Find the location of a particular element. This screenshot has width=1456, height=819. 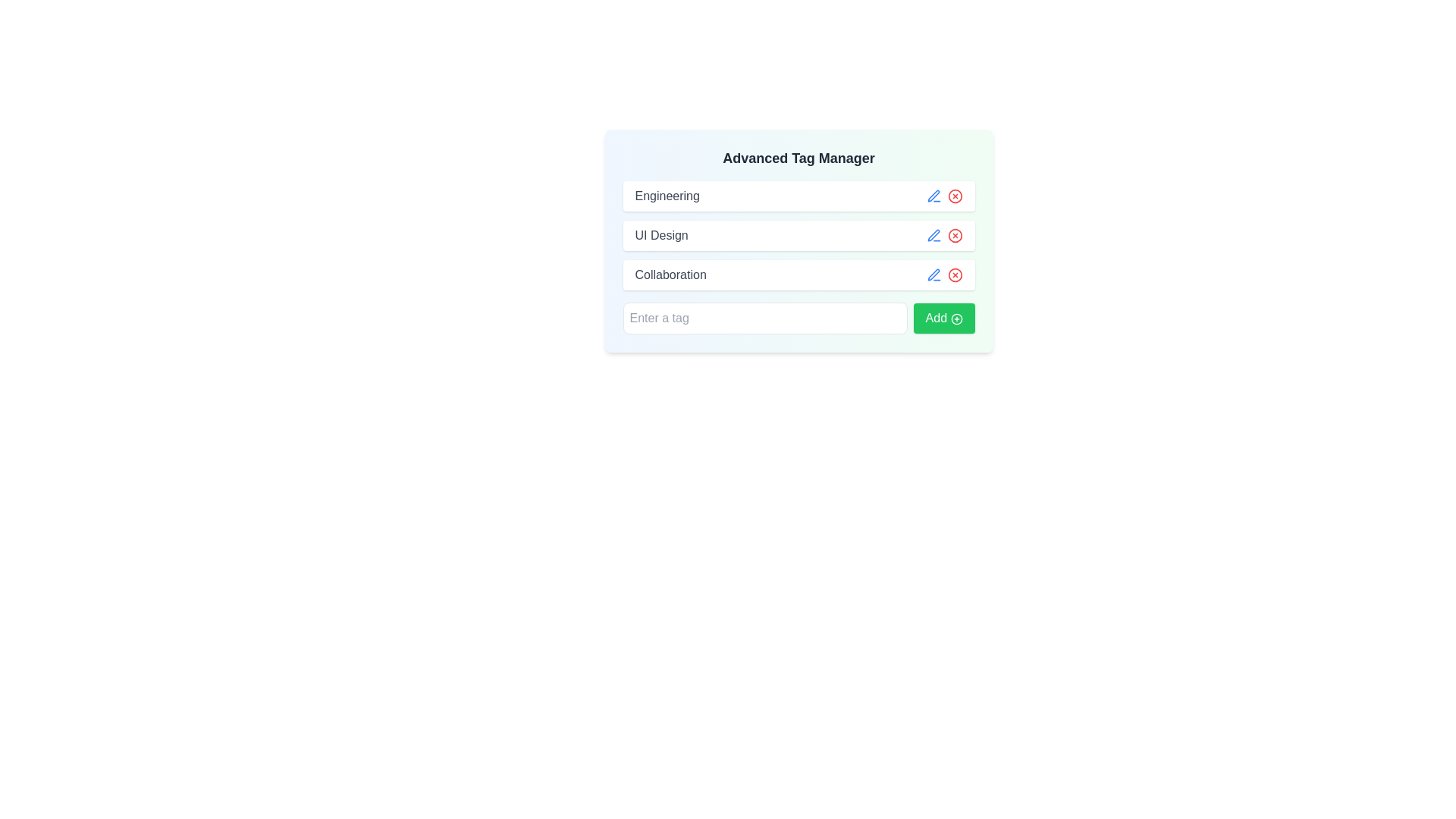

the visual representation of the circular outline within the 'Add' icon button located next to the 'Add' button in the bottom-right area of the tag manager interface is located at coordinates (955, 318).